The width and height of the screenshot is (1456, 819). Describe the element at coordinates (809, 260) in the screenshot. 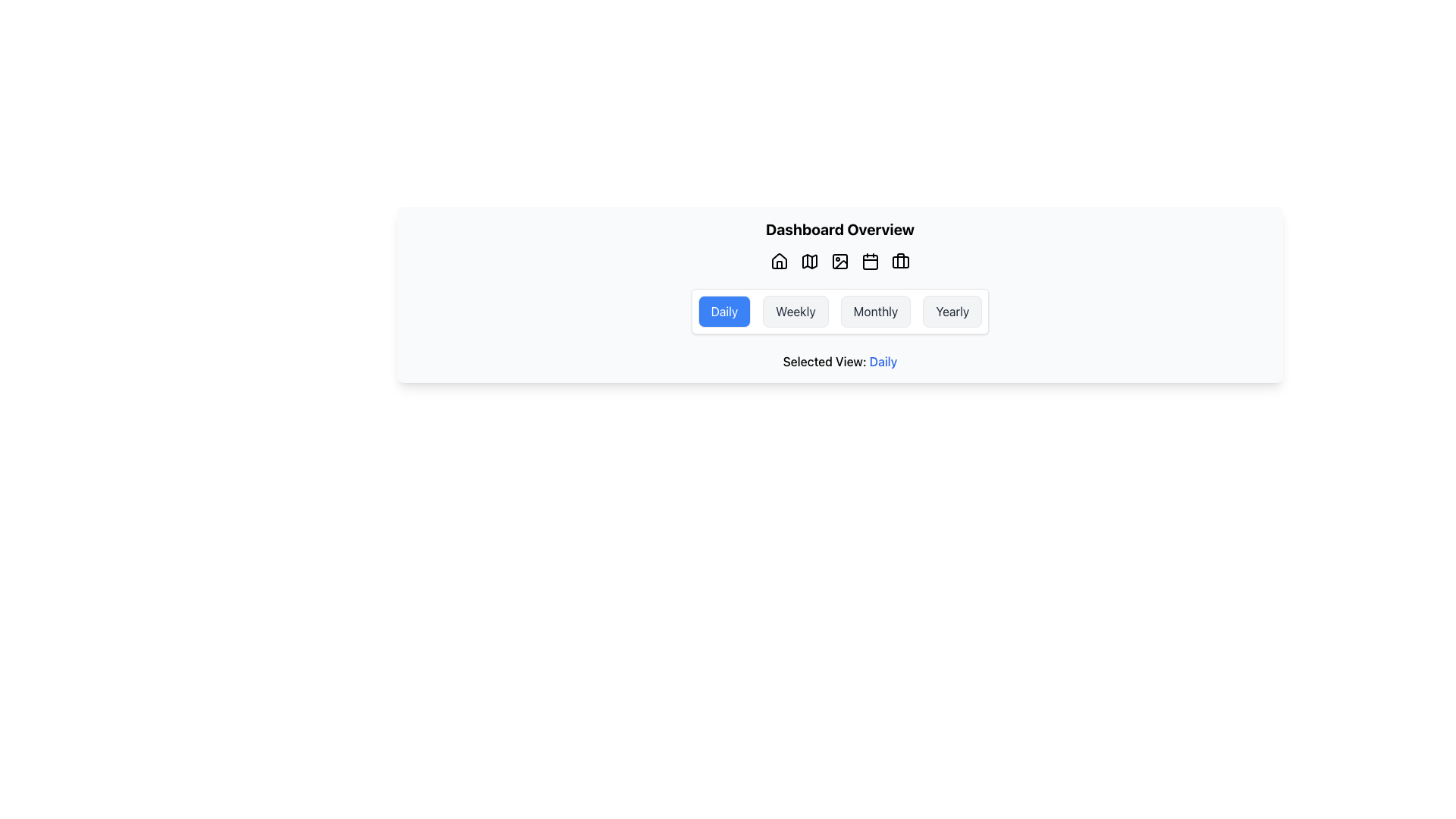

I see `the unfolded map icon button located under the 'Dashboard Overview' header` at that location.